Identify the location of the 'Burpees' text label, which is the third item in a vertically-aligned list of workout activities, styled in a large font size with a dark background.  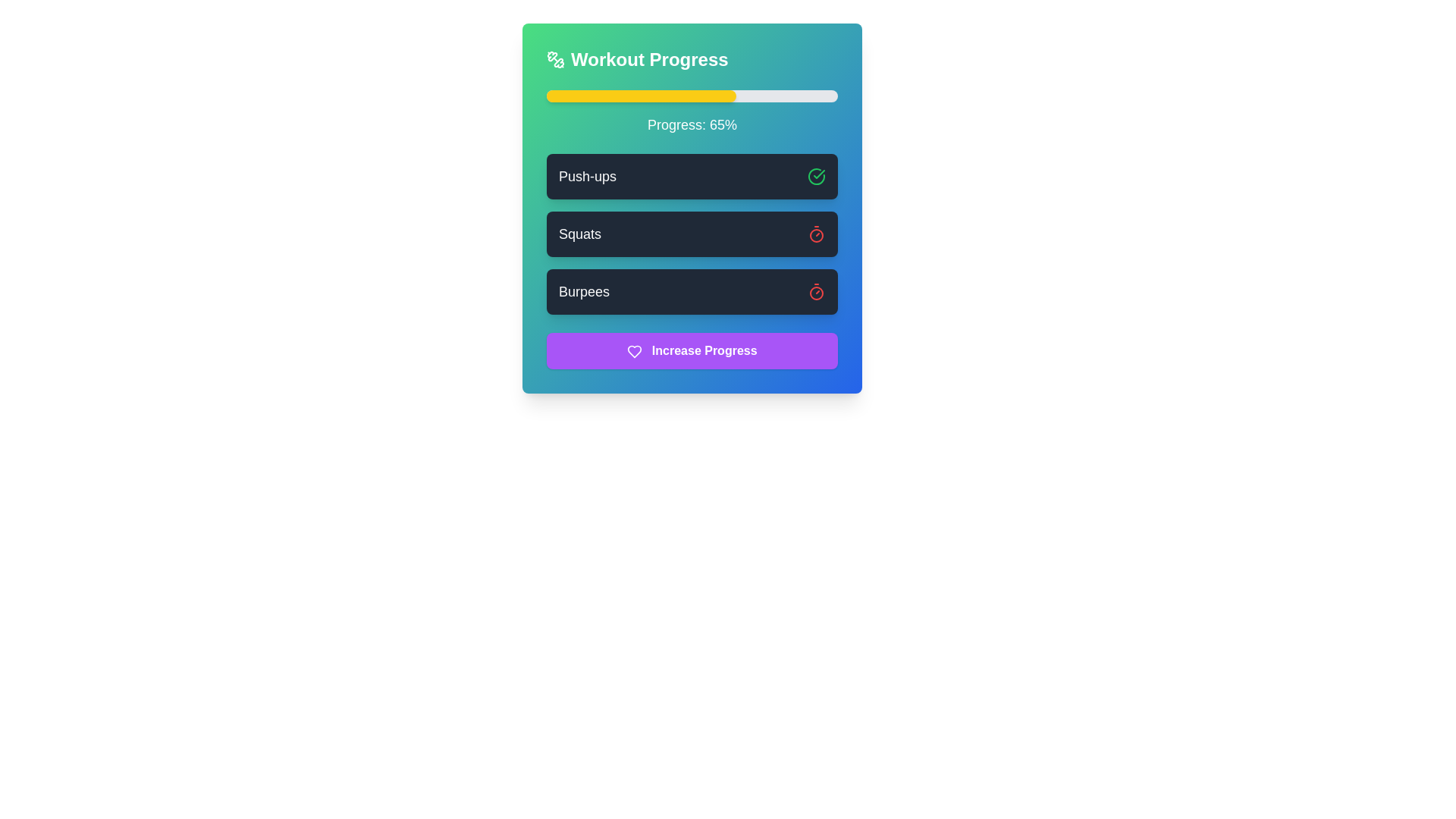
(583, 292).